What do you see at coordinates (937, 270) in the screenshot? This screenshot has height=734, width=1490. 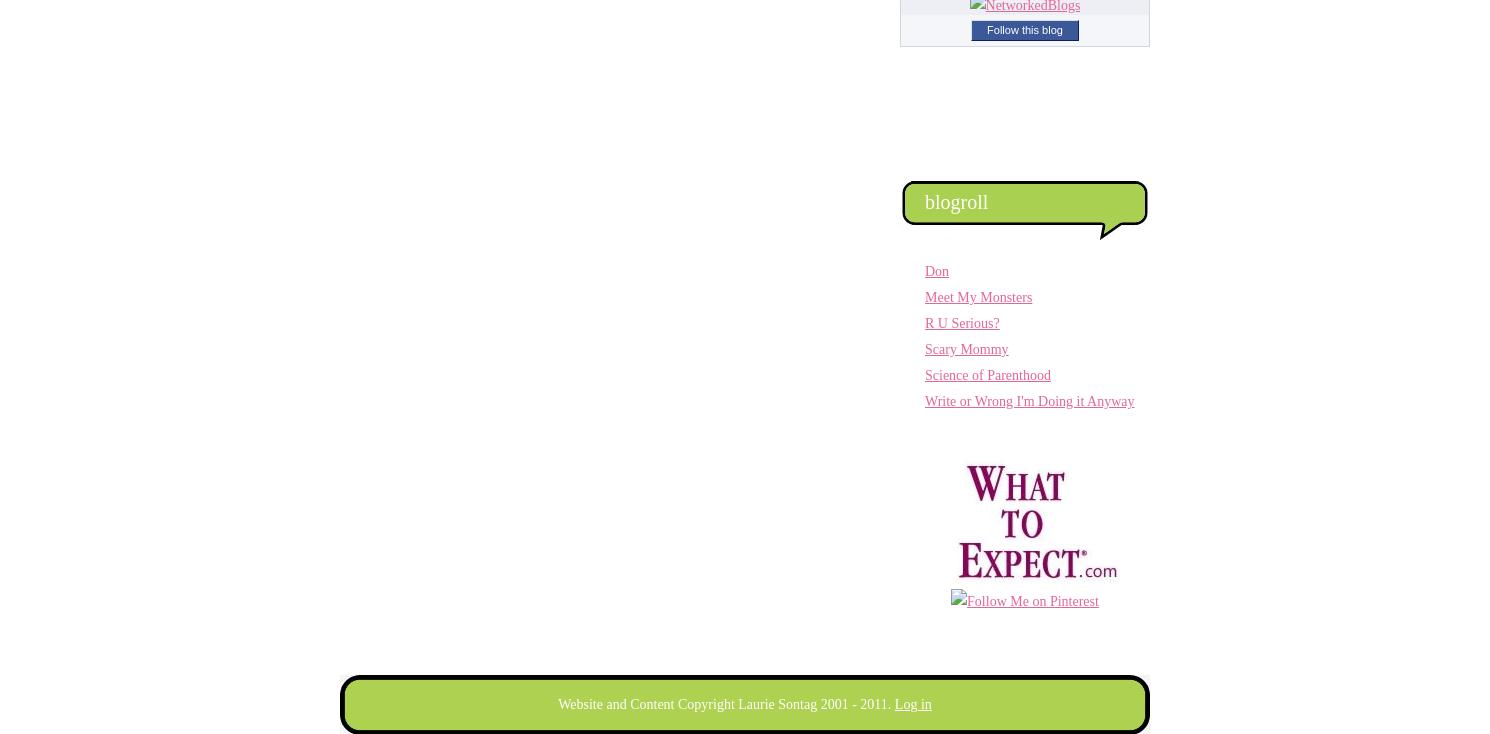 I see `'Don'` at bounding box center [937, 270].